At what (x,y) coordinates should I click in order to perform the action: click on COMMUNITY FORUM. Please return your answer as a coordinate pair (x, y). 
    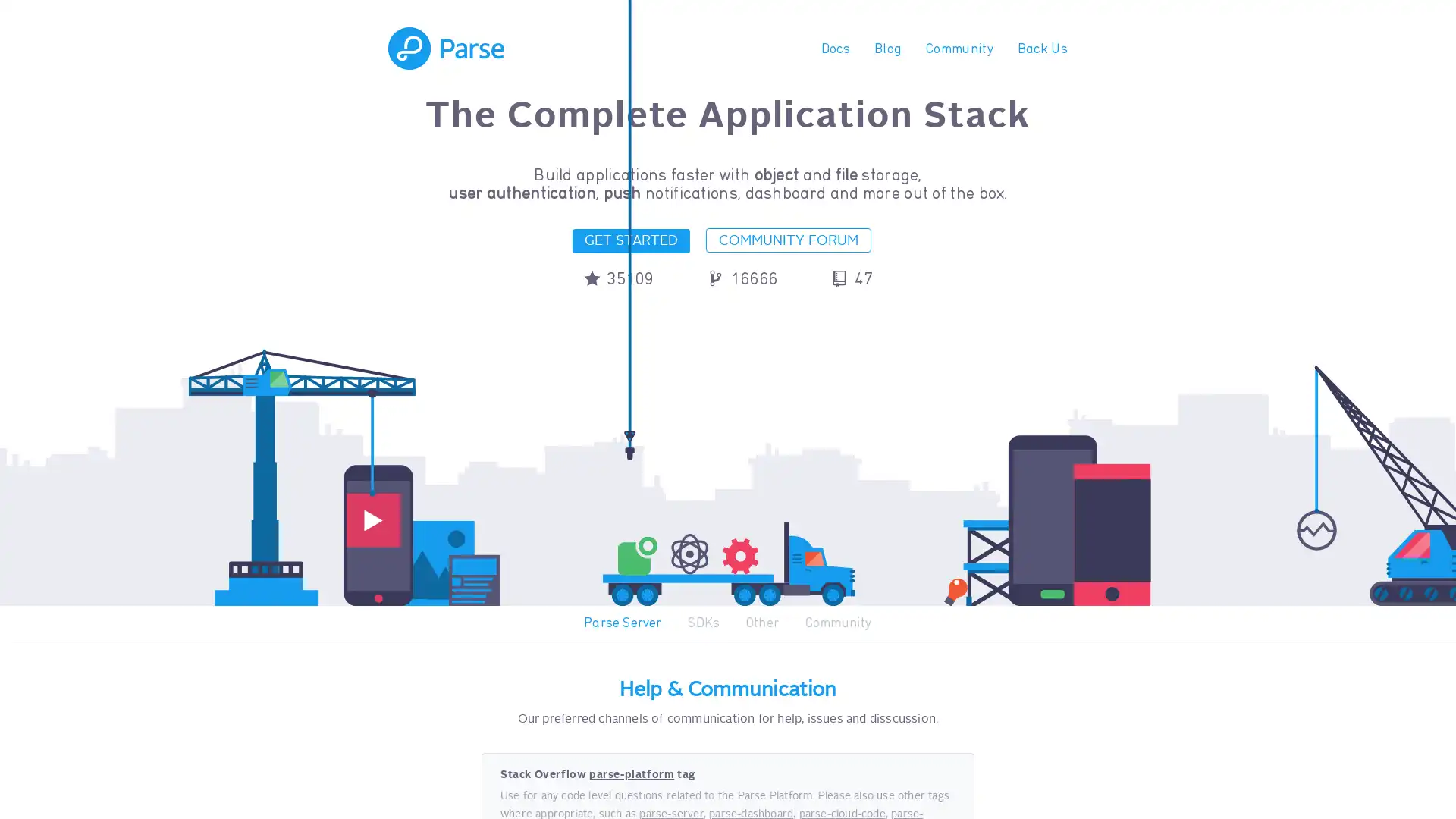
    Looking at the image, I should click on (789, 239).